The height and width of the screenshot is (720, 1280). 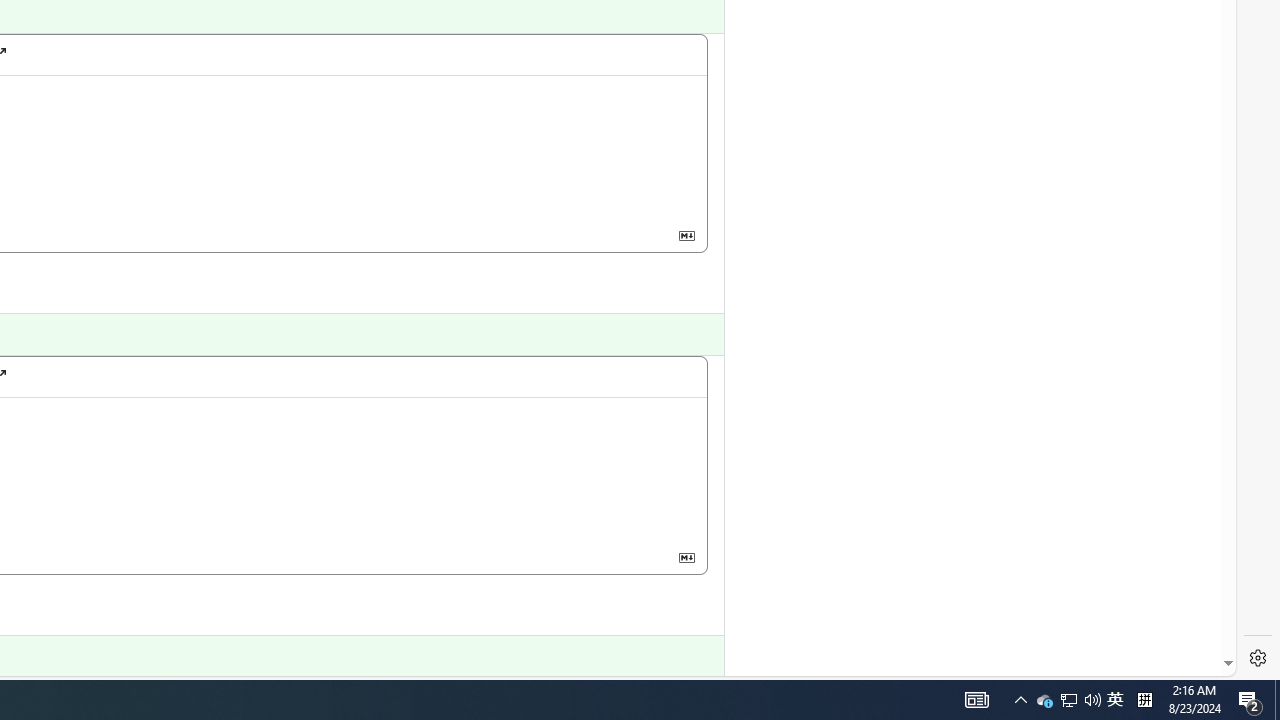 I want to click on 'Class: s16 gl-icon gl-button-icon ', so click(x=686, y=557).